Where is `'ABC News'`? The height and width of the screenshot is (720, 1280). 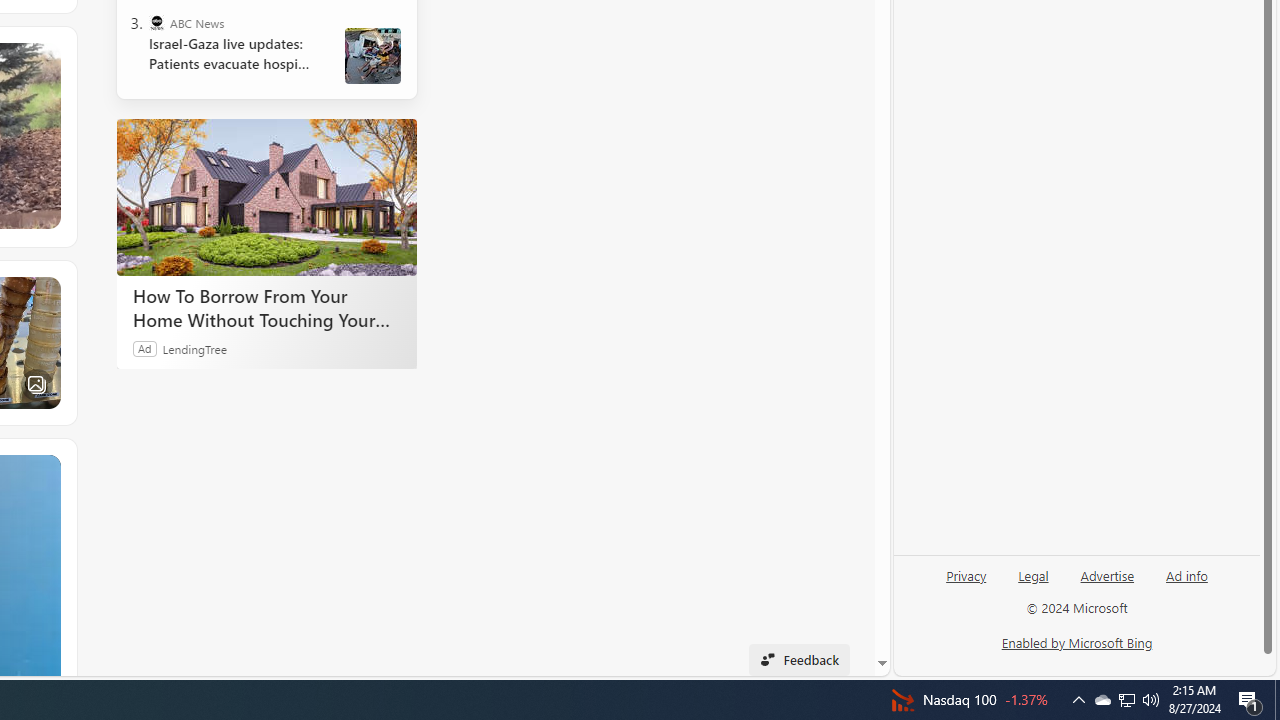
'ABC News' is located at coordinates (155, 23).